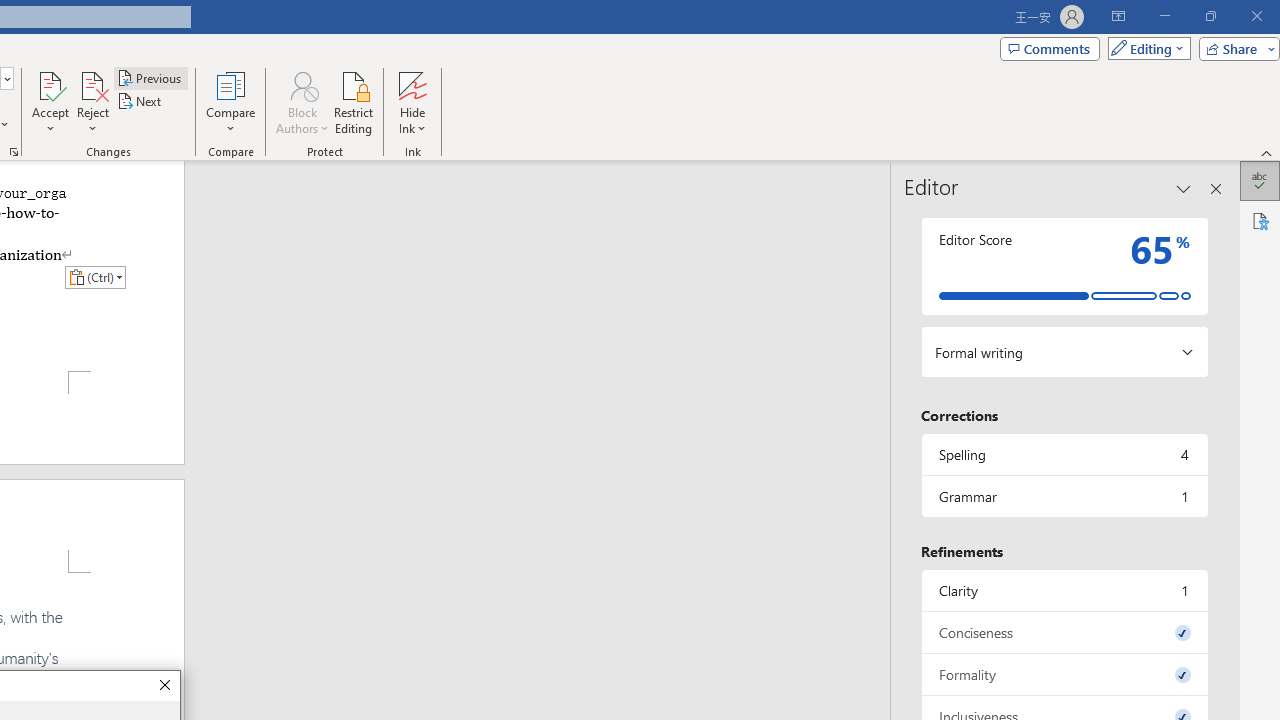  I want to click on 'Accessibility', so click(1259, 221).